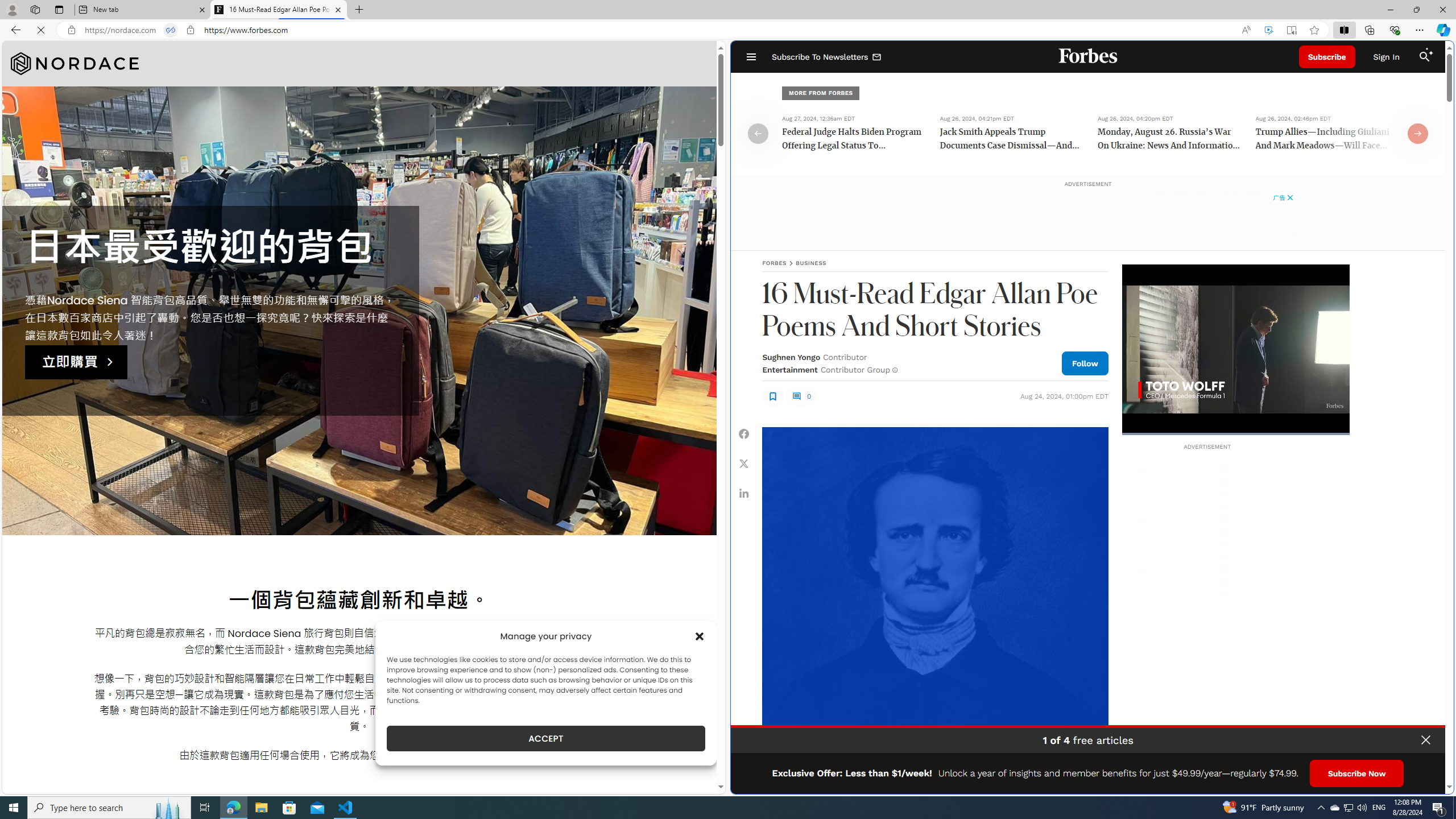 The image size is (1456, 819). I want to click on 'BUSINESS', so click(810, 263).